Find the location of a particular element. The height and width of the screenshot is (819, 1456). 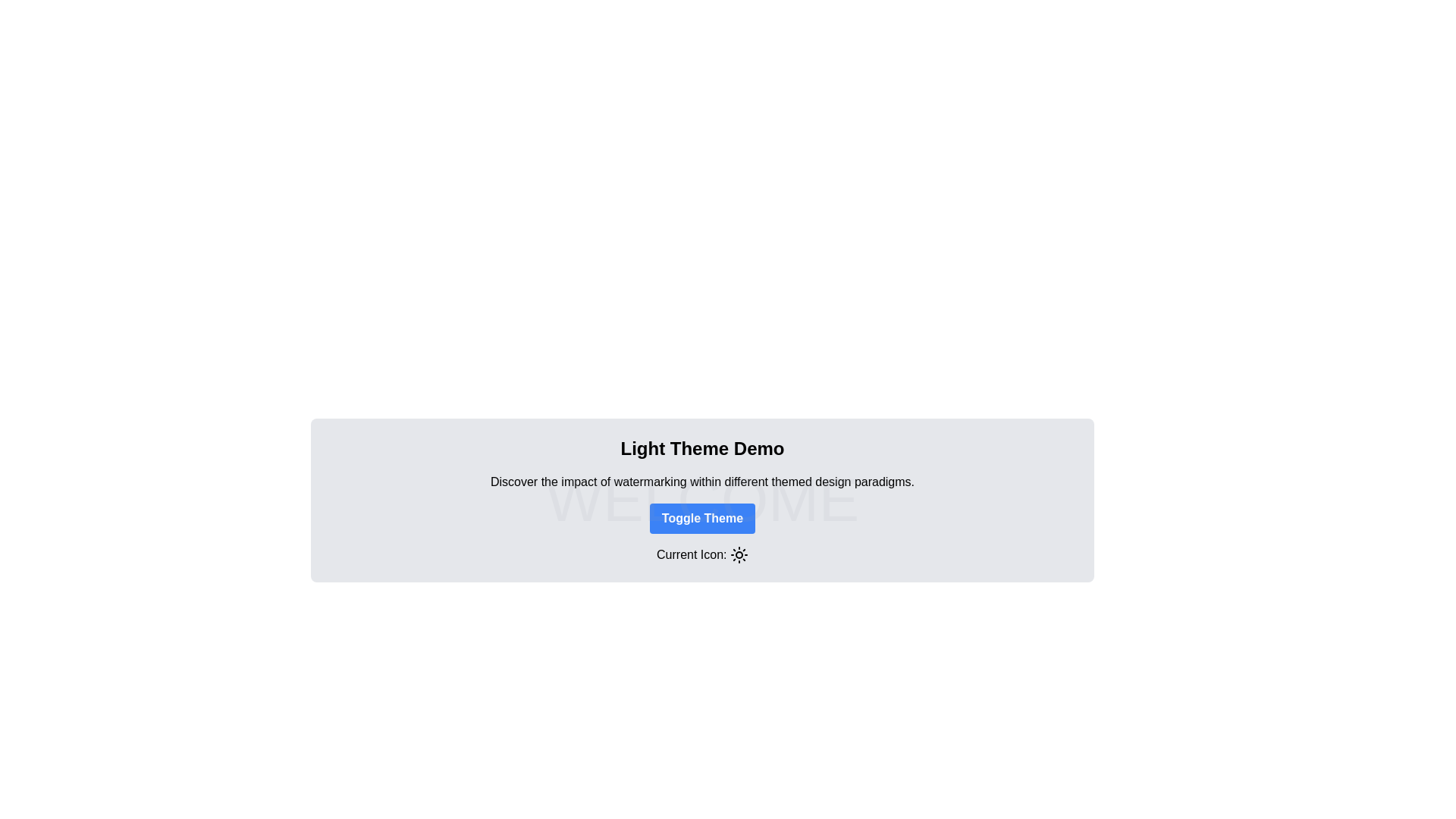

the sun icon representing brightness or light mode located under the labeled text 'Current Icon:' in the bottom section of the central panel is located at coordinates (739, 555).